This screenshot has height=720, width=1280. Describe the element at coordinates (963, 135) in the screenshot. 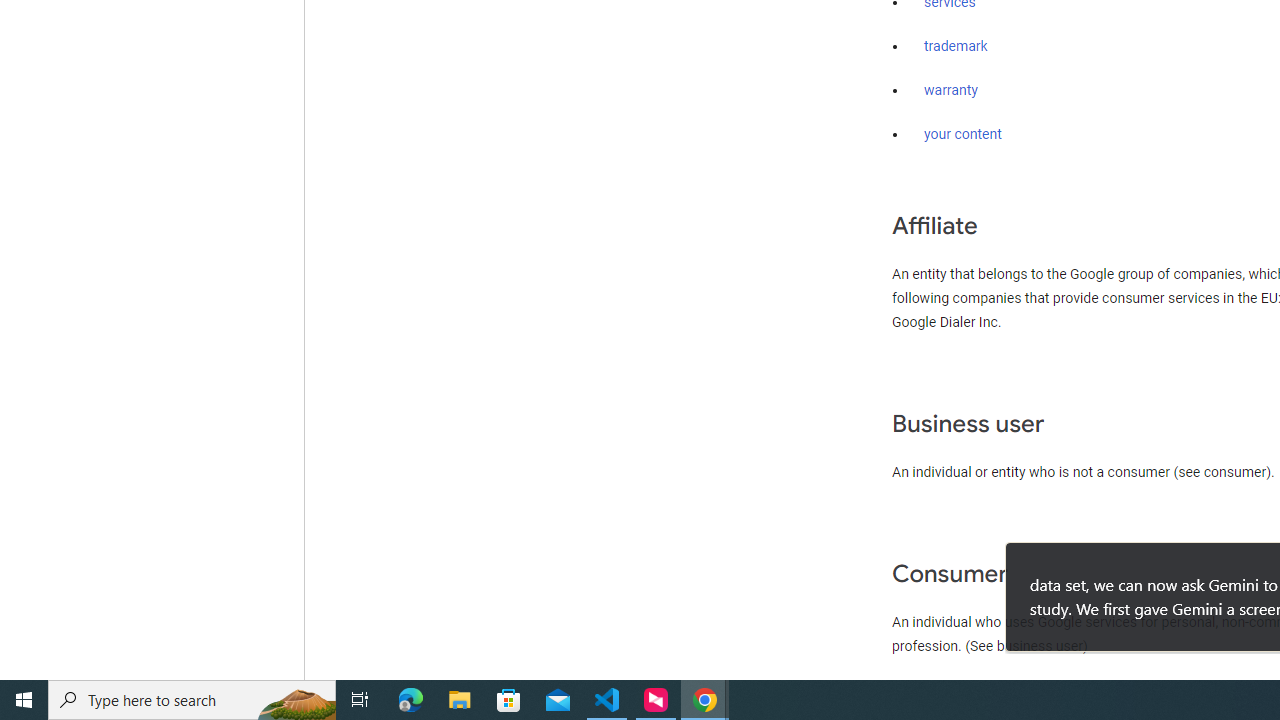

I see `'your content'` at that location.